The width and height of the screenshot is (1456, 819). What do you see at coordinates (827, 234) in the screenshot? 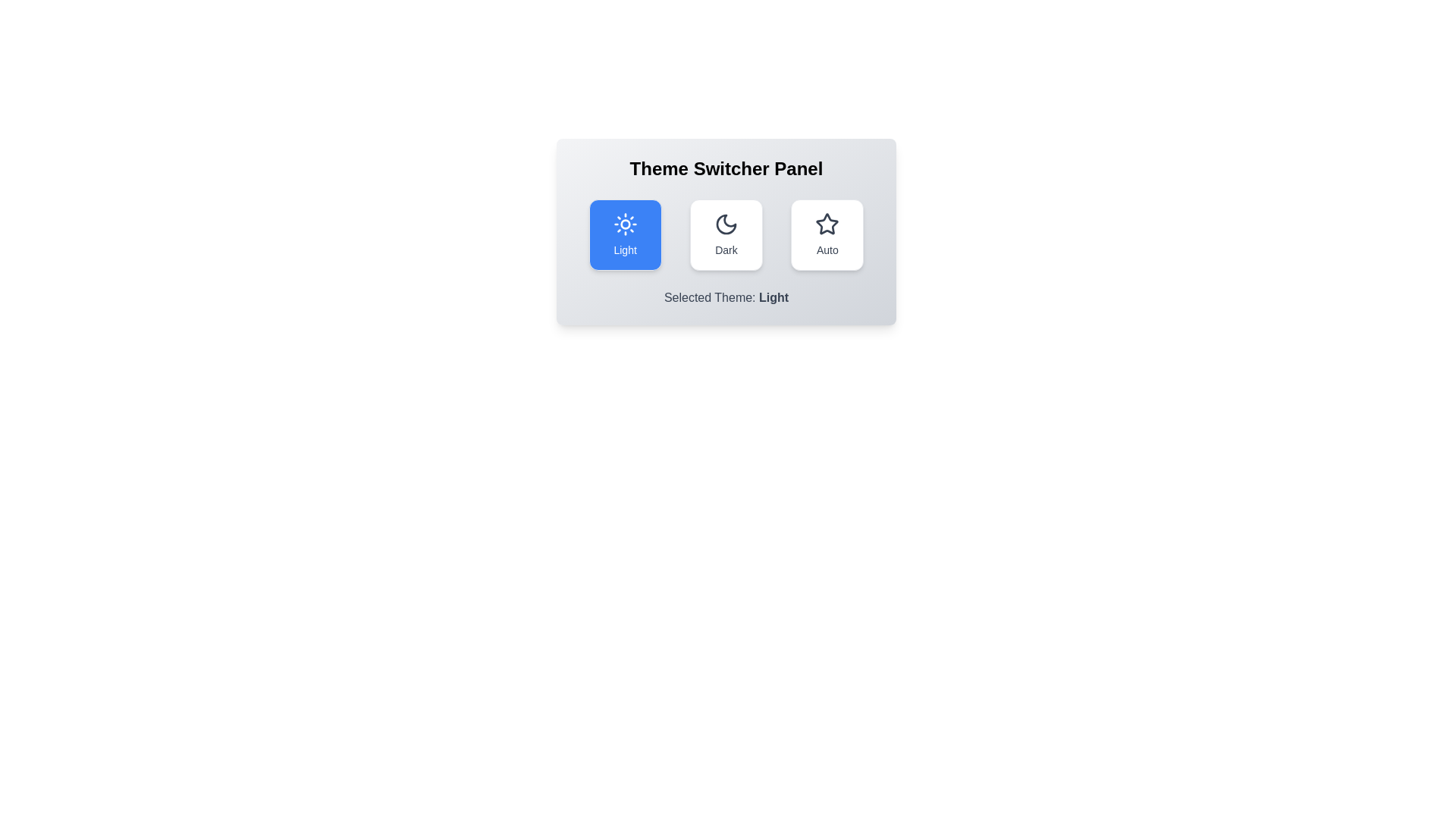
I see `the 'Auto' button with a star icon, which is the third button in the theme switcher options` at bounding box center [827, 234].